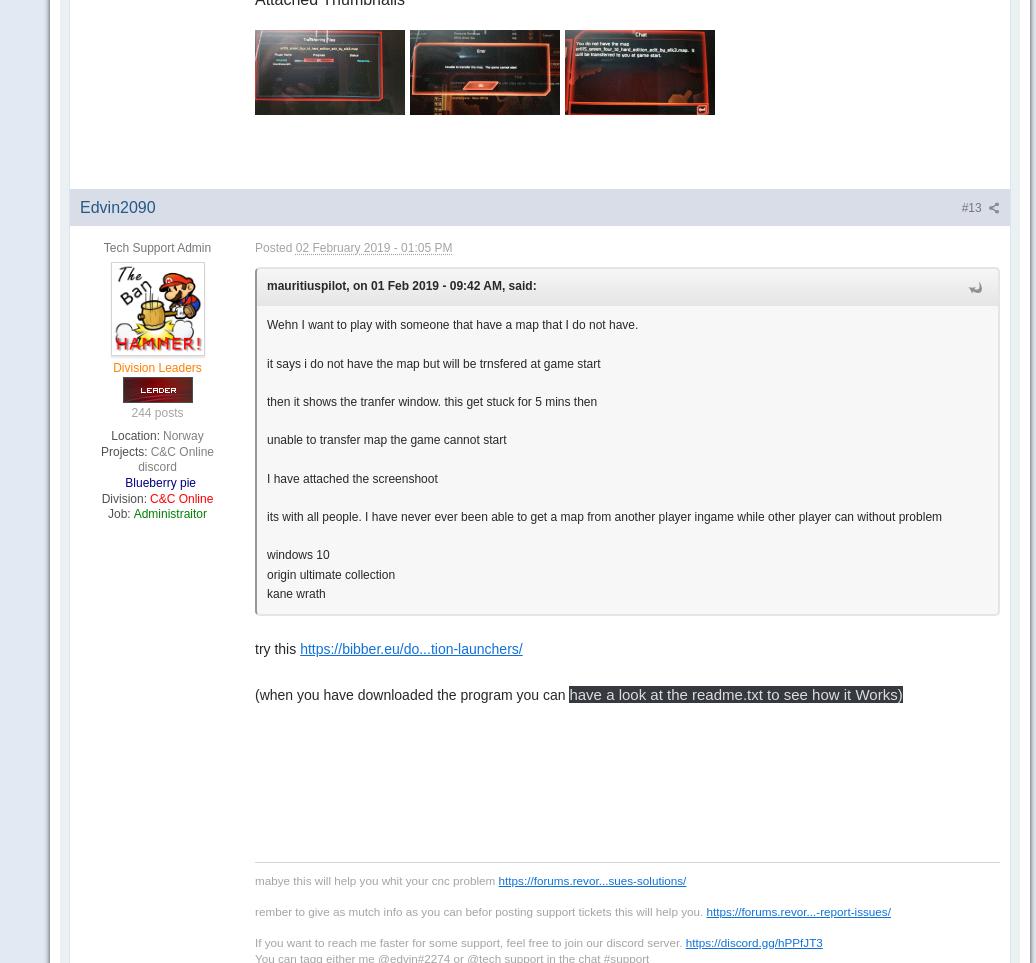 This screenshot has width=1036, height=963. I want to click on 'Job:', so click(118, 513).